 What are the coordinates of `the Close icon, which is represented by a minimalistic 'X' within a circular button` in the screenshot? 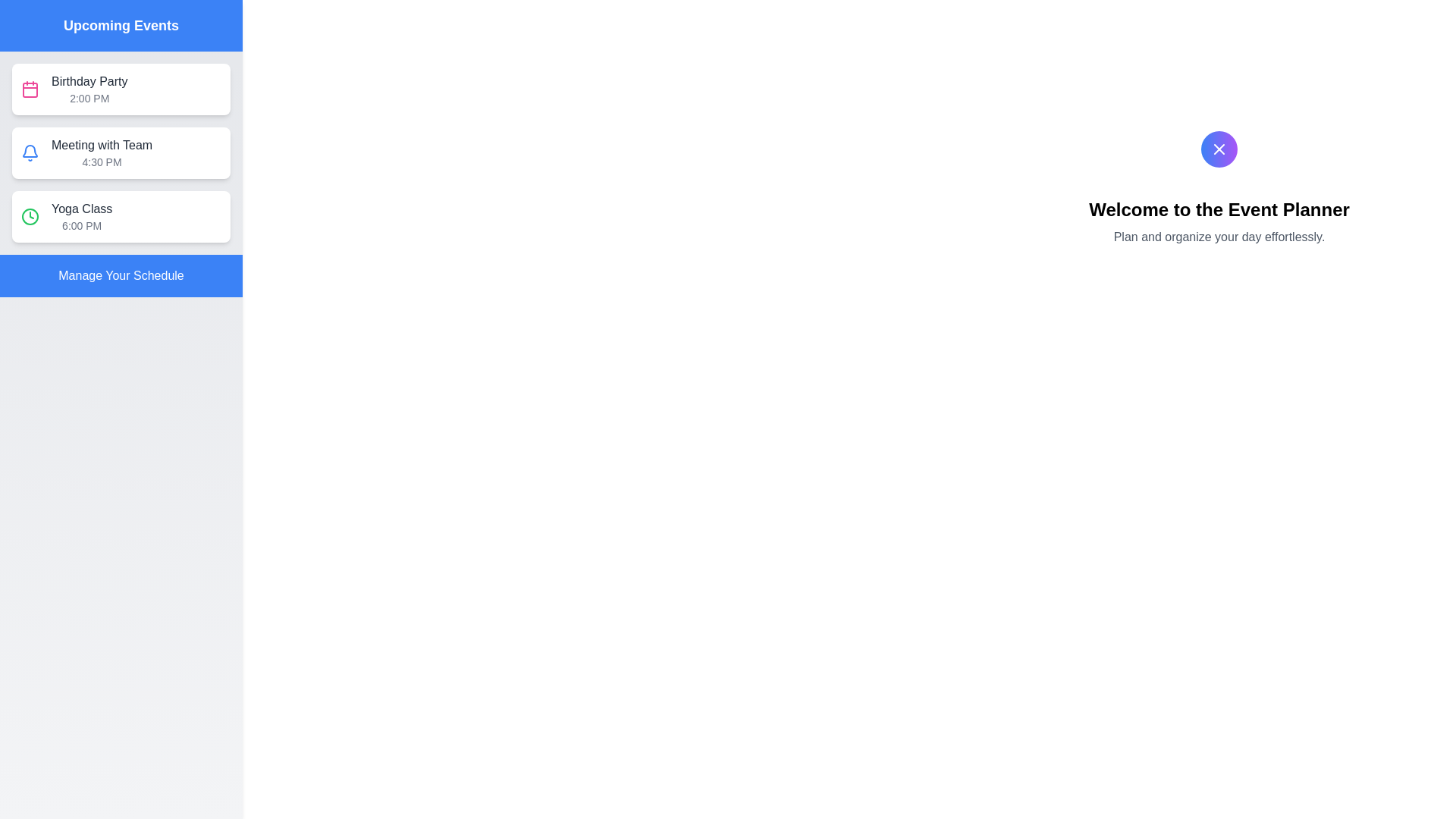 It's located at (1219, 149).